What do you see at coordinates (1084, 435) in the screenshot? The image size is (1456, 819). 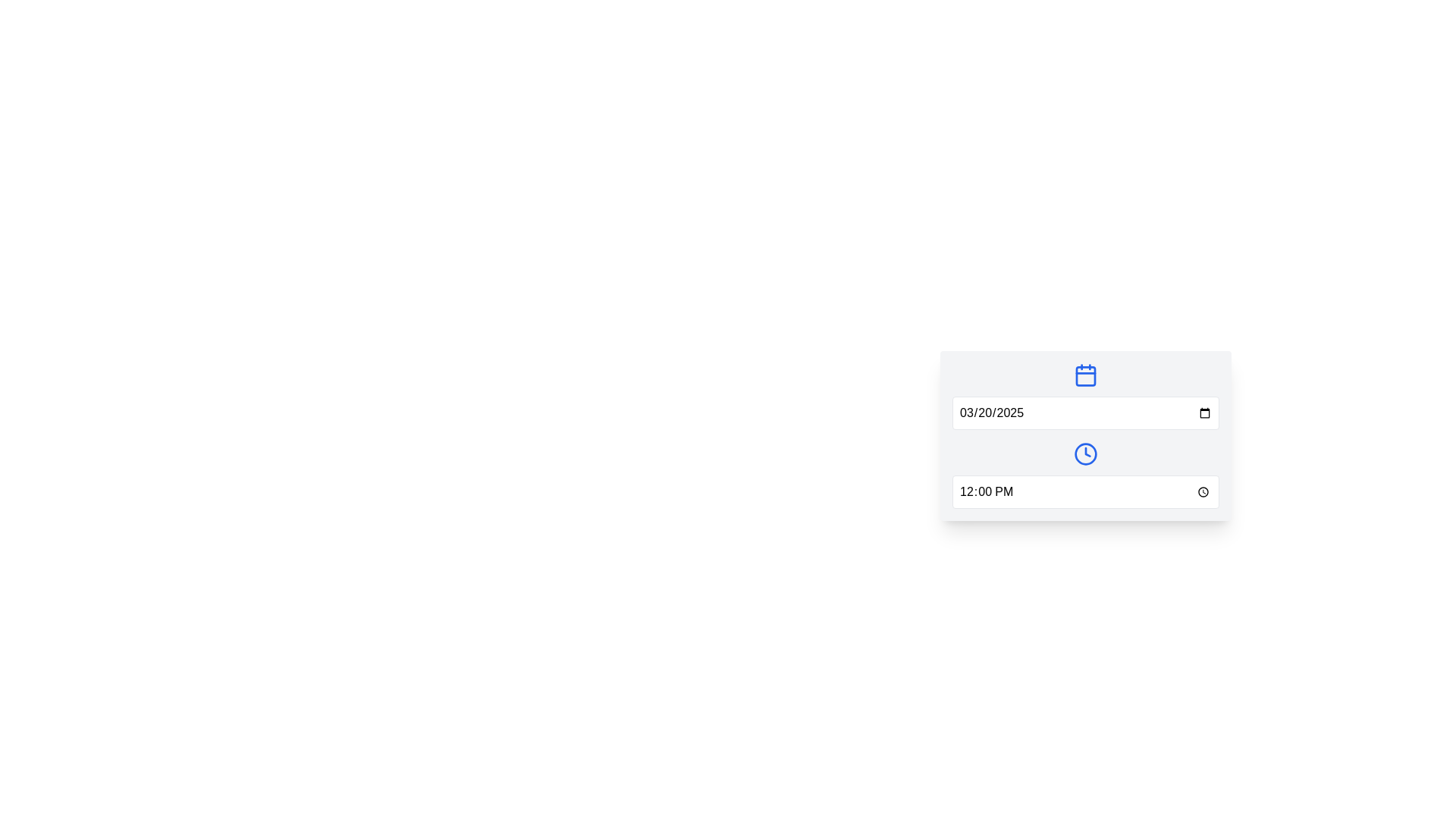 I see `the clock icon in the date-time picker component, which is styled with a gray background and includes a calendar icon and a clock icon` at bounding box center [1084, 435].